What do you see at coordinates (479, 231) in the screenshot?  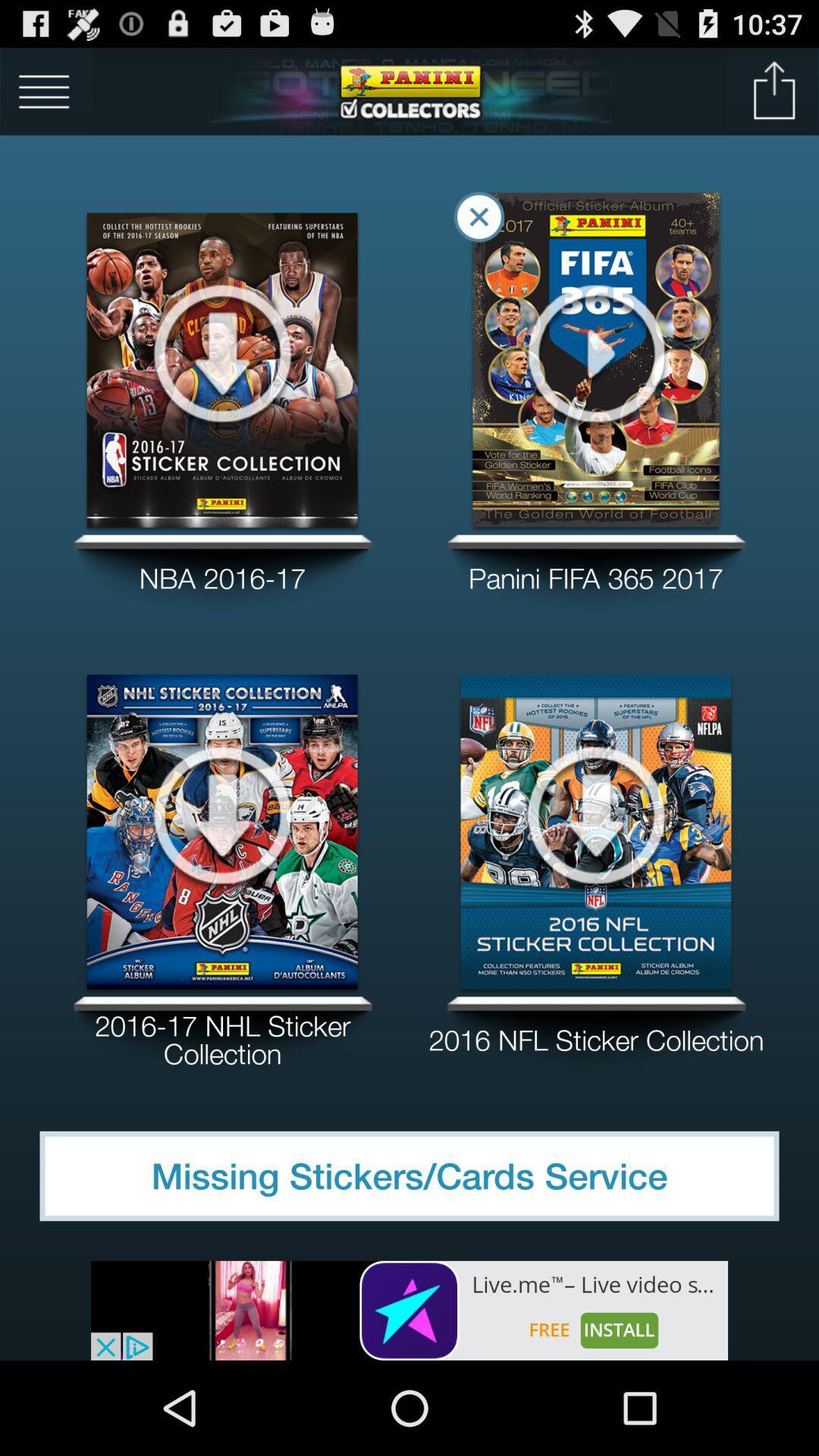 I see `the close icon` at bounding box center [479, 231].